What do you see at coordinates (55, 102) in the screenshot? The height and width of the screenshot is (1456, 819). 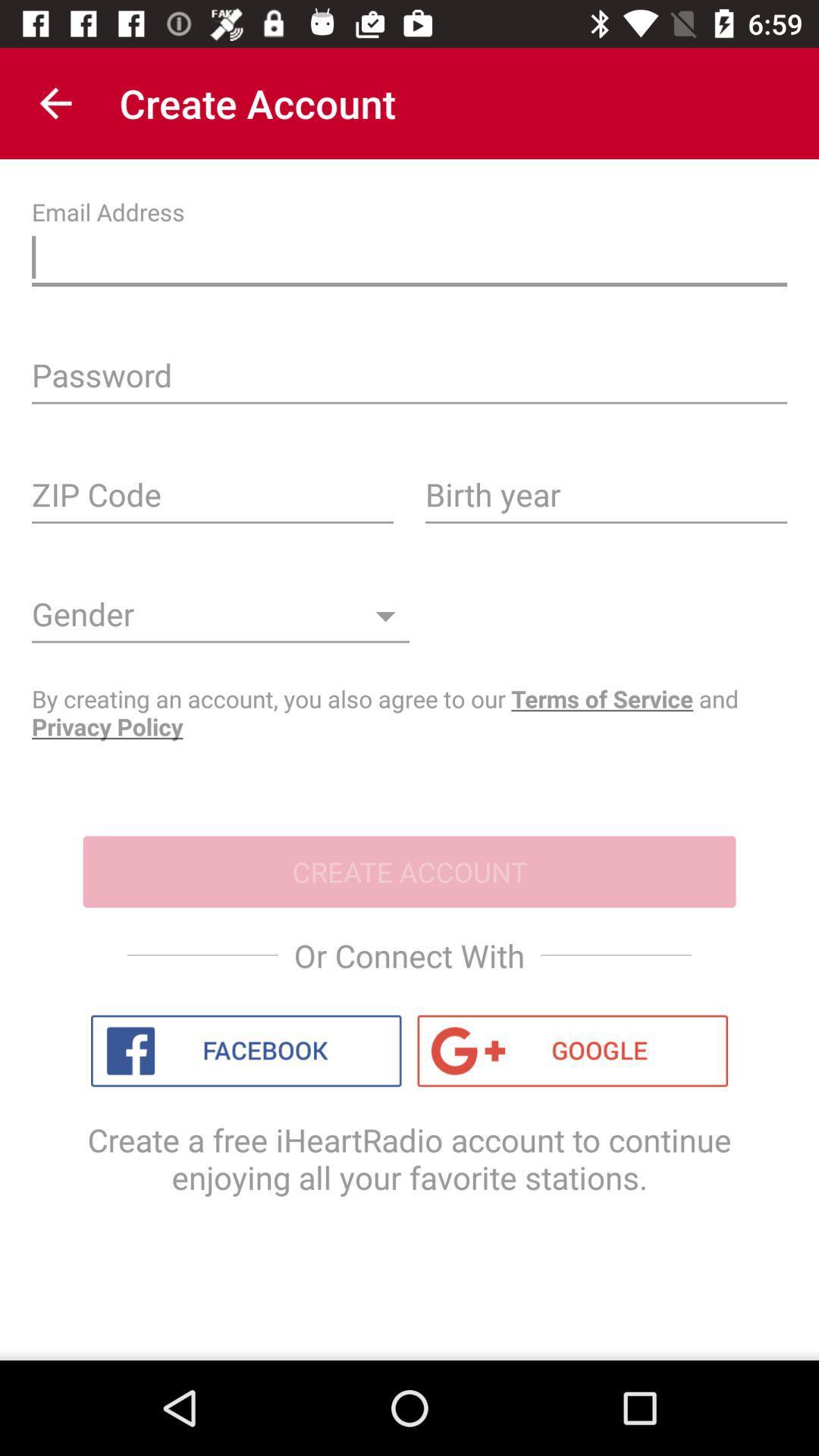 I see `the app next to the create account item` at bounding box center [55, 102].